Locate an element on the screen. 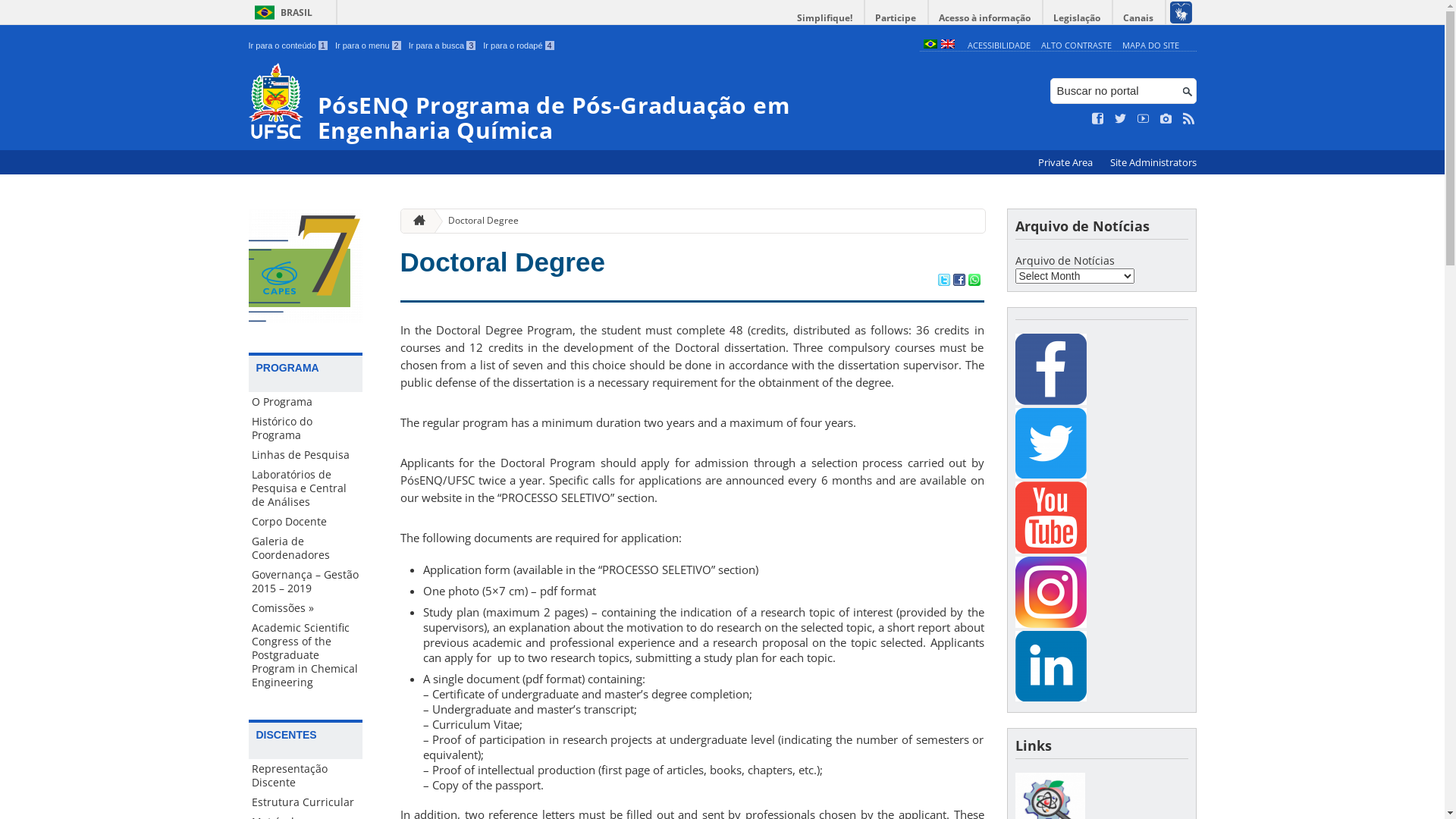 This screenshot has height=819, width=1456. 'Canal Youtube' is located at coordinates (1050, 549).